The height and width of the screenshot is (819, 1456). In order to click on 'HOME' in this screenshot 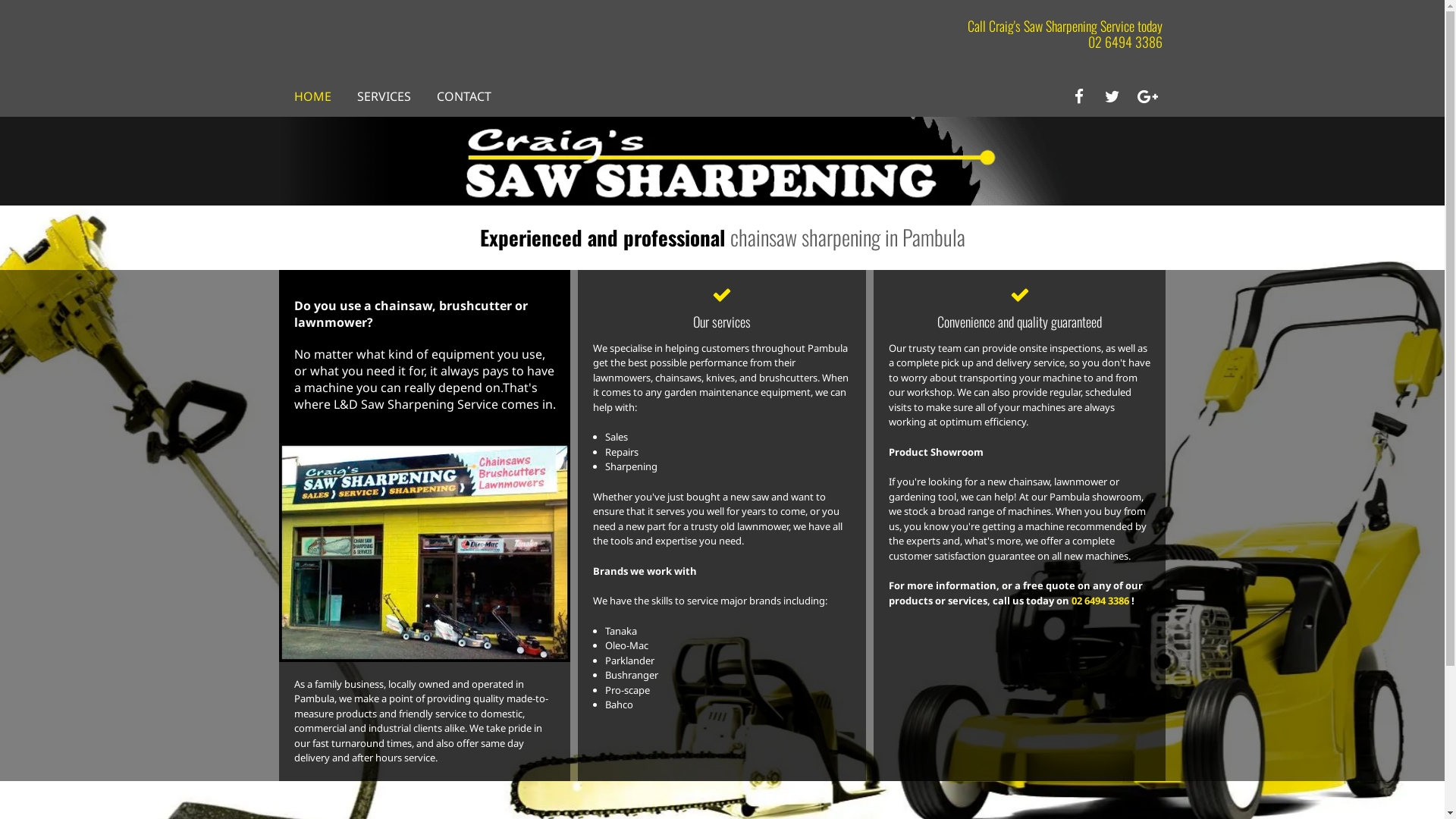, I will do `click(294, 96)`.